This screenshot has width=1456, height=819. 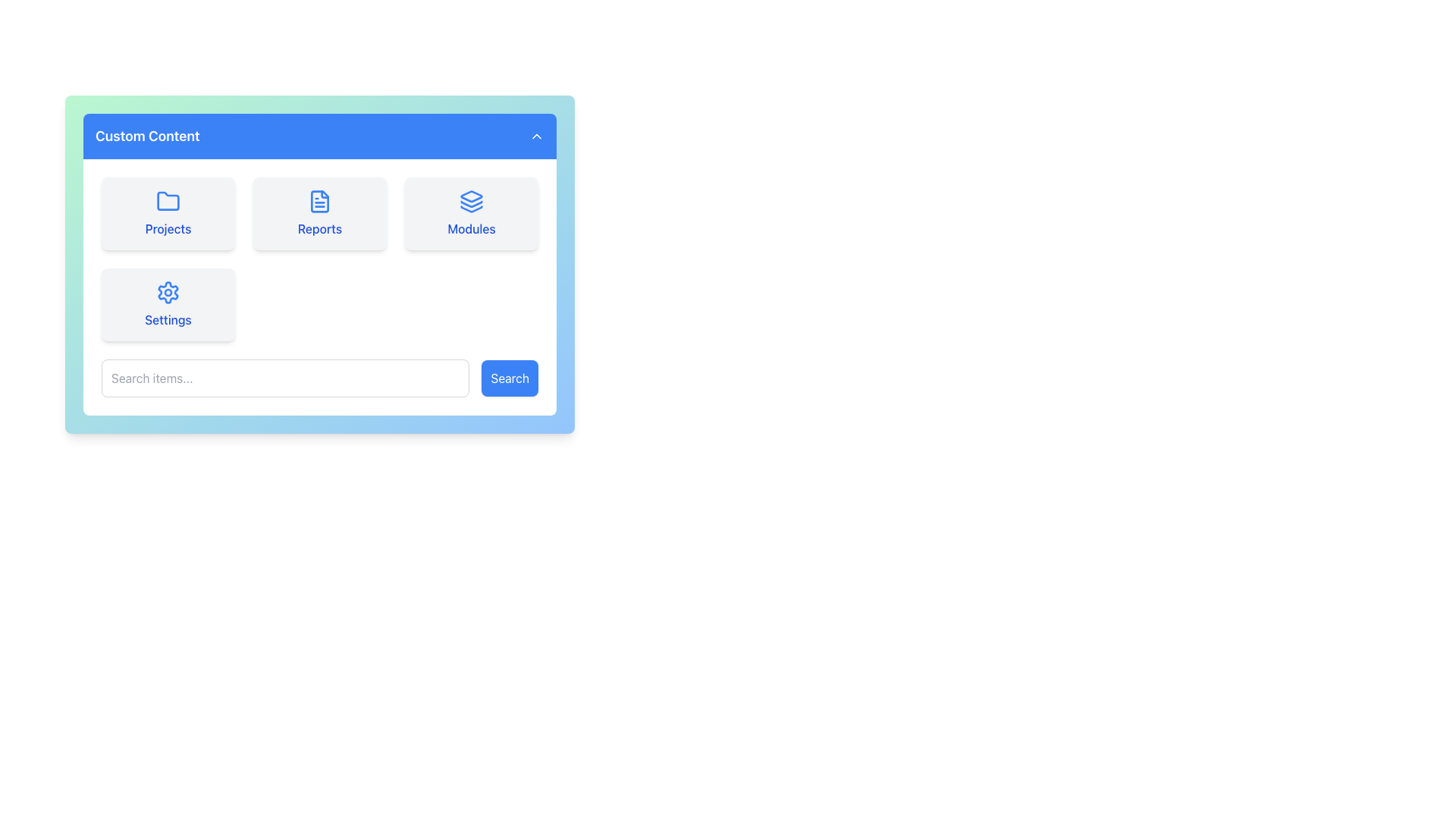 What do you see at coordinates (471, 201) in the screenshot?
I see `the 'Modules' card icon located within the third card of the top-row group in the main content area of the interface` at bounding box center [471, 201].